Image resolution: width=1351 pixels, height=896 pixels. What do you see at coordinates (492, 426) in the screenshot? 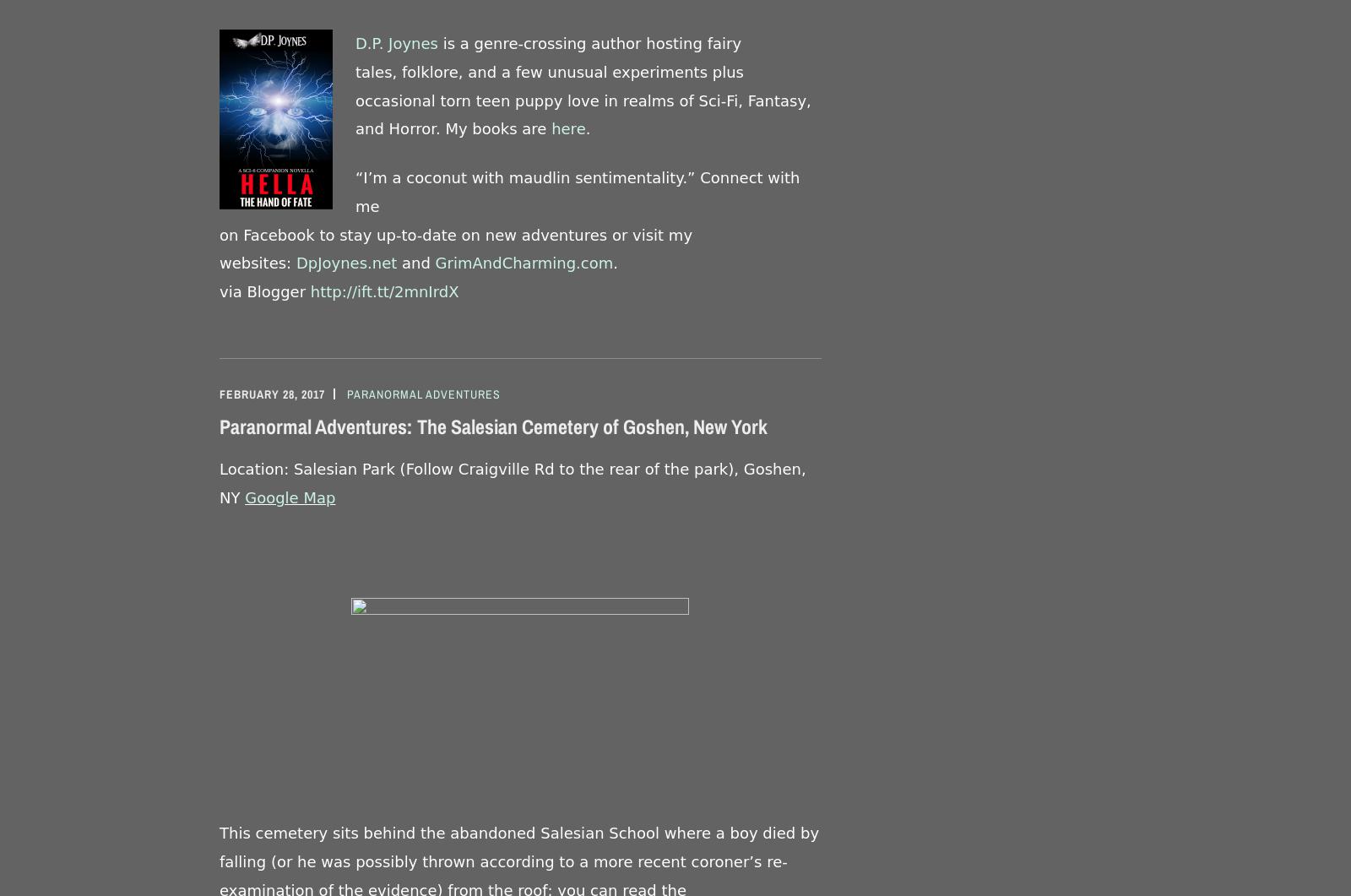
I see `'Paranormal Adventures: The Salesian Cemetery of Goshen, New York'` at bounding box center [492, 426].